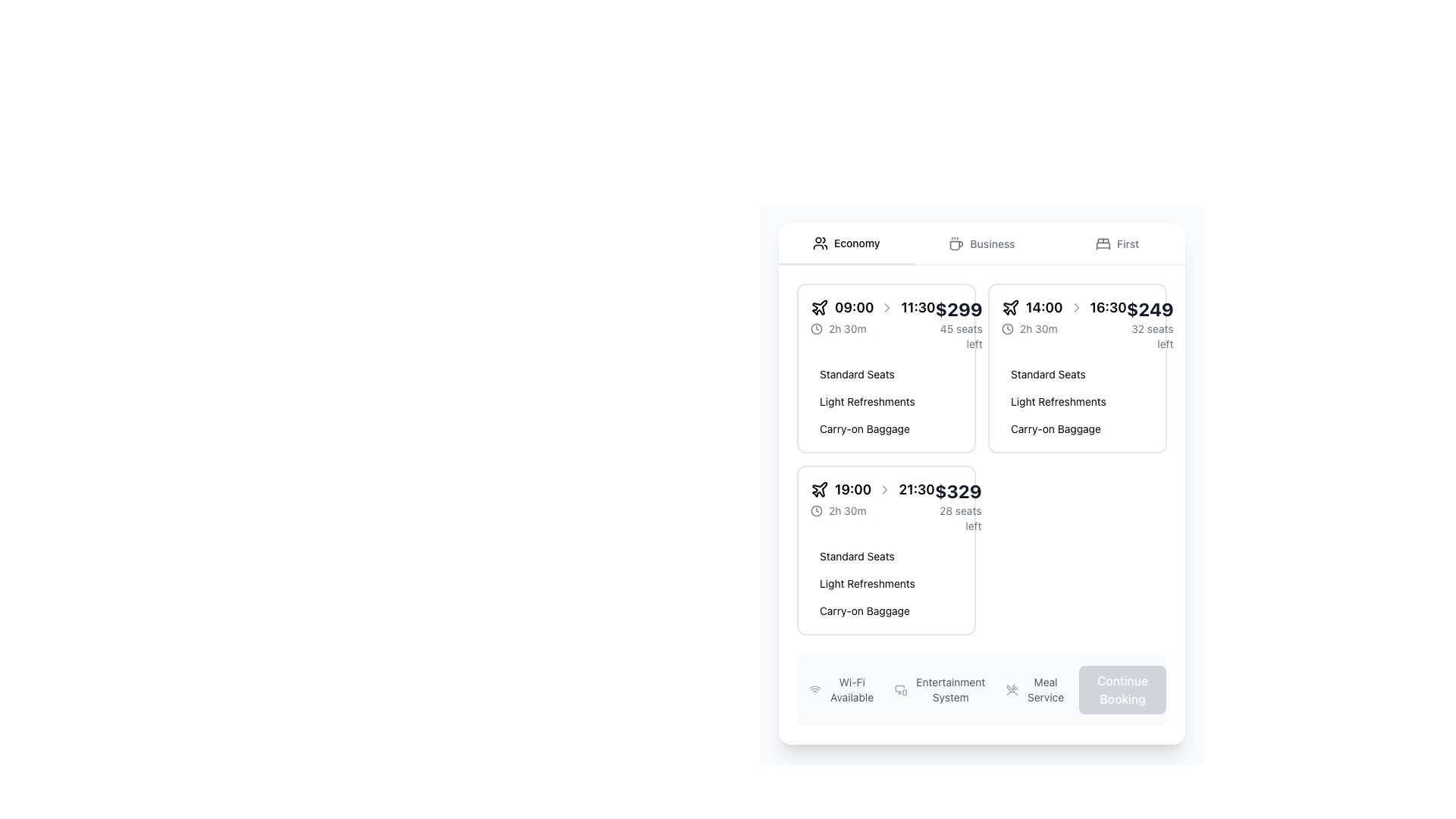 Image resolution: width=1456 pixels, height=819 pixels. Describe the element at coordinates (815, 328) in the screenshot. I see `the circular SVG element representing the clock face, which is located centrally within the clock icon next to the '19:00' flight timing details` at that location.